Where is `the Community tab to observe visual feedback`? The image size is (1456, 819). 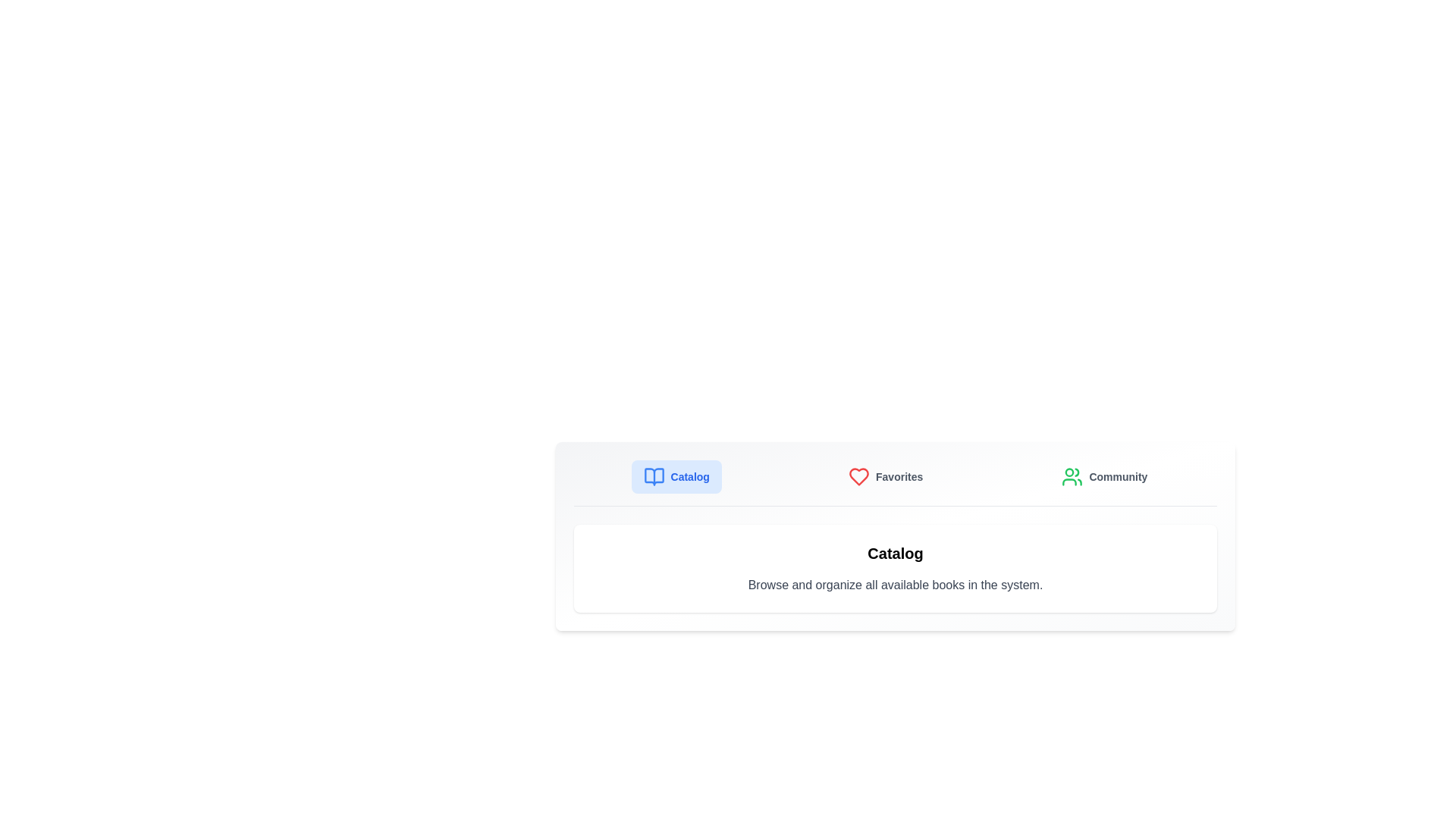 the Community tab to observe visual feedback is located at coordinates (1103, 475).